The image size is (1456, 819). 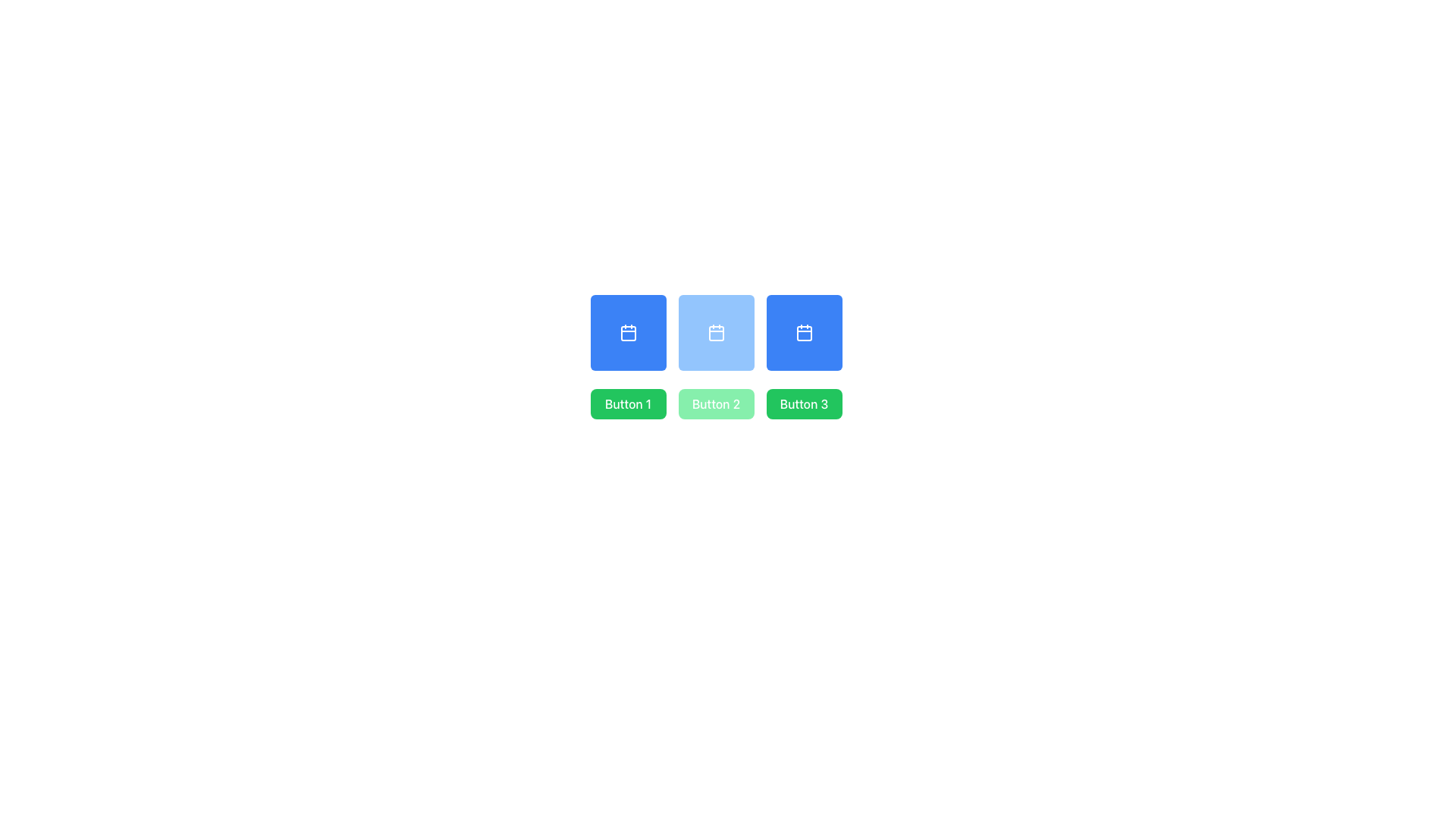 What do you see at coordinates (715, 403) in the screenshot?
I see `the middle button labeled 'Button 2' in the horizontally aligned group of buttons with distinct background colors and white text` at bounding box center [715, 403].